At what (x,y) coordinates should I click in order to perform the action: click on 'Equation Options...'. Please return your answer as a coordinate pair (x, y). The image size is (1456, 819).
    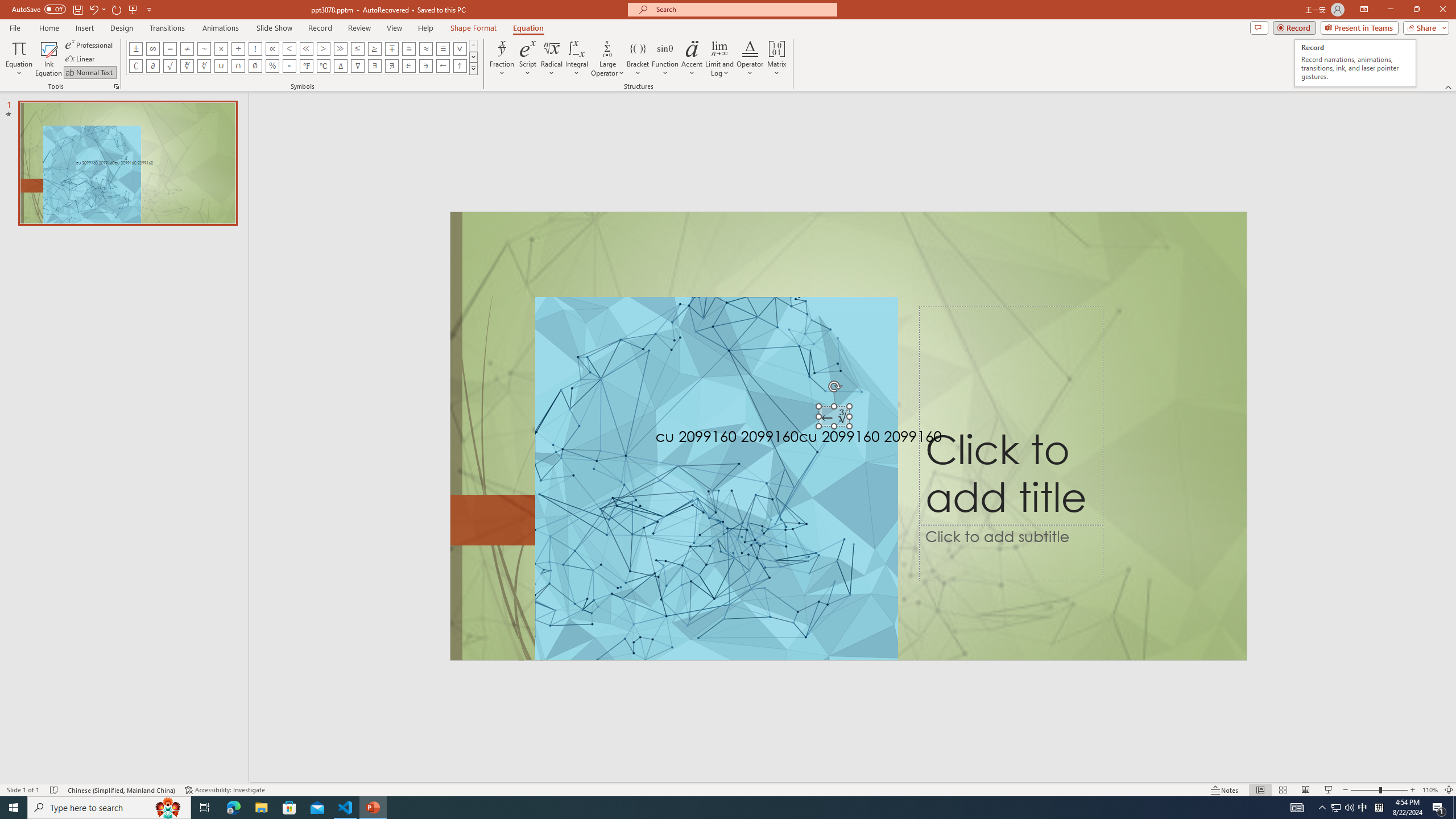
    Looking at the image, I should click on (115, 85).